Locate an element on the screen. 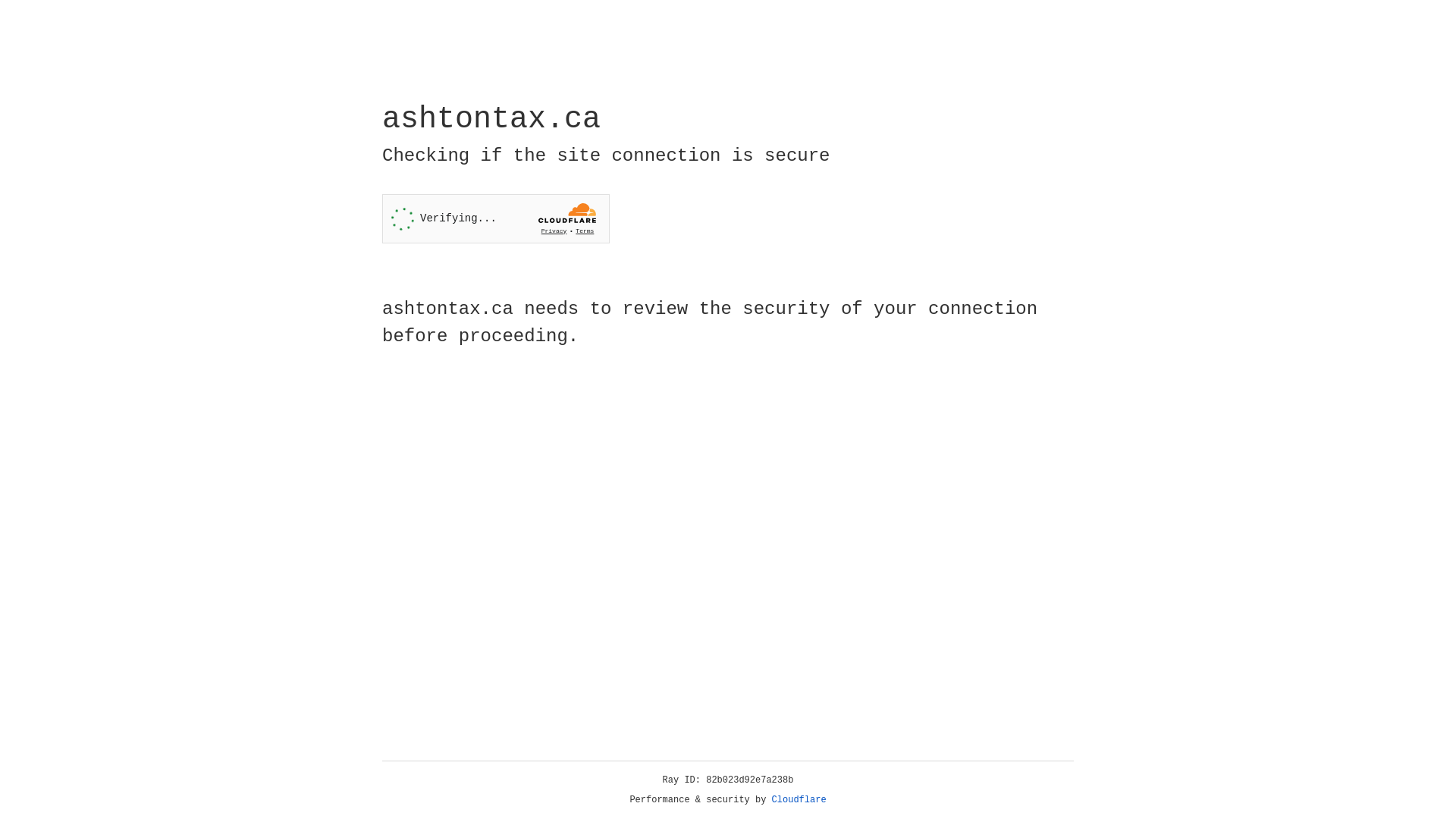 The height and width of the screenshot is (819, 1456). 'Widget containing a Cloudflare security challenge' is located at coordinates (495, 218).